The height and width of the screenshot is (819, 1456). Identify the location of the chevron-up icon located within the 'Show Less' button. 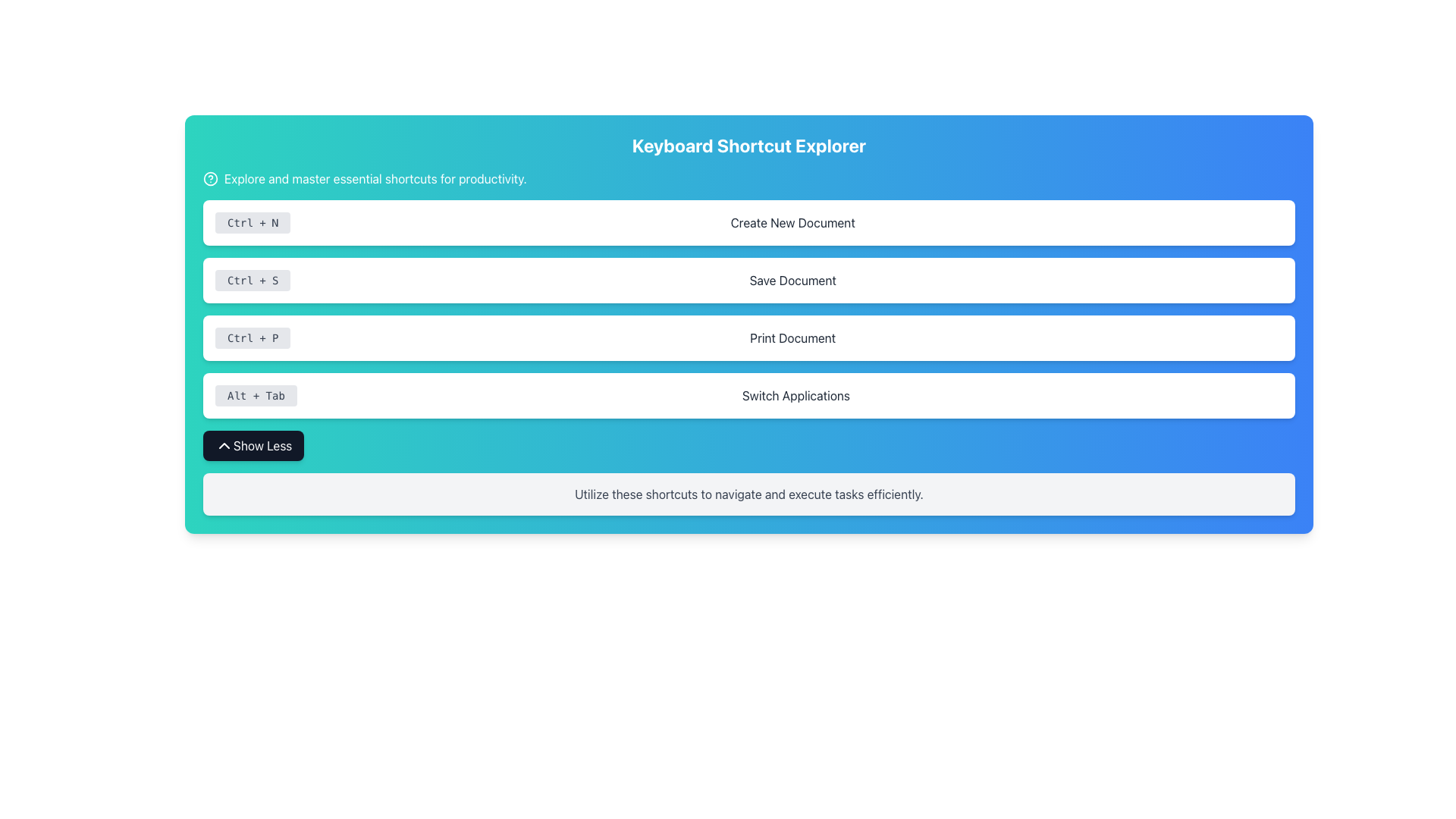
(224, 444).